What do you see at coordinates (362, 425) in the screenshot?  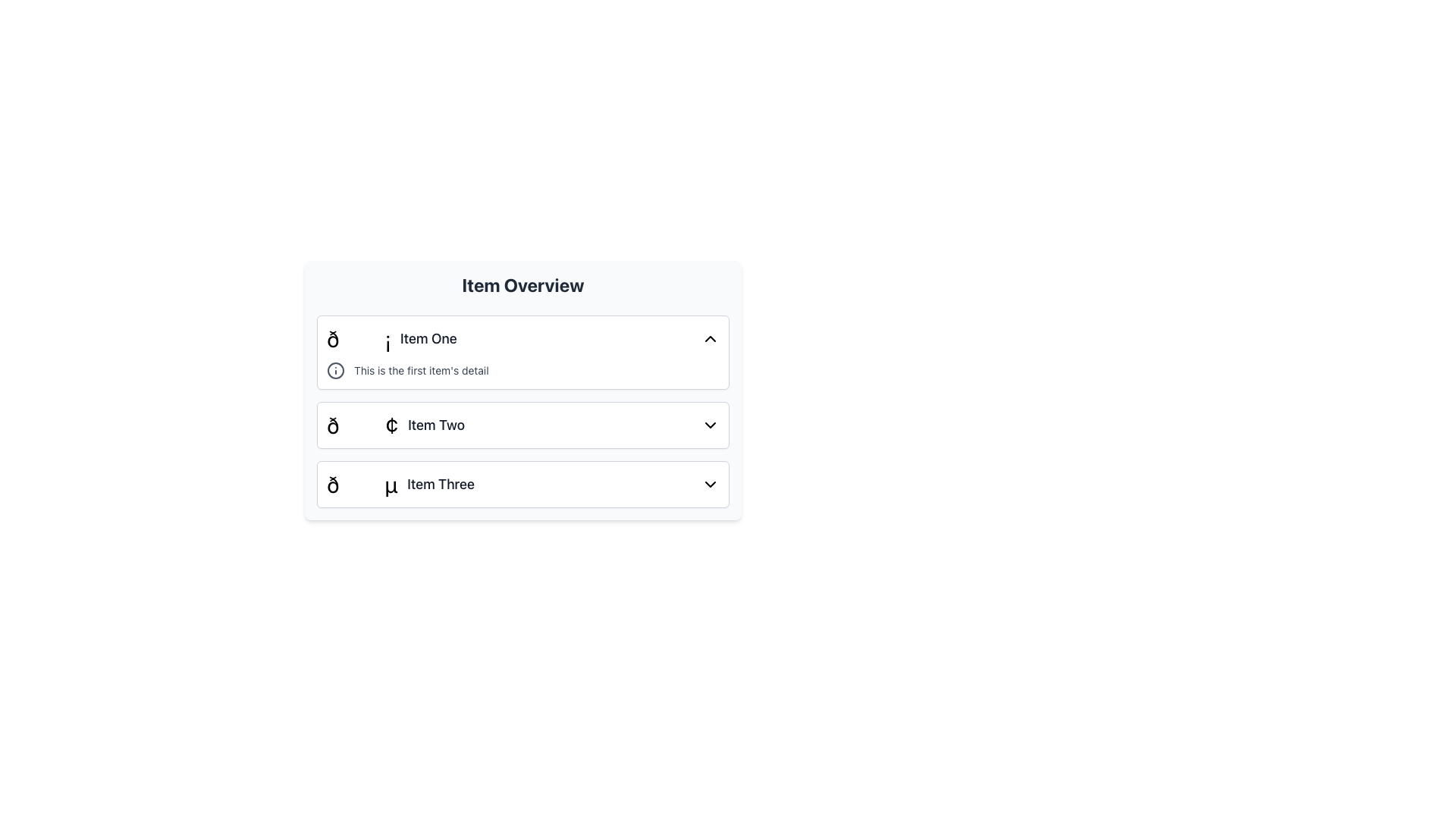 I see `the Icon or Symbol representing 'Item Two' to highlight it` at bounding box center [362, 425].